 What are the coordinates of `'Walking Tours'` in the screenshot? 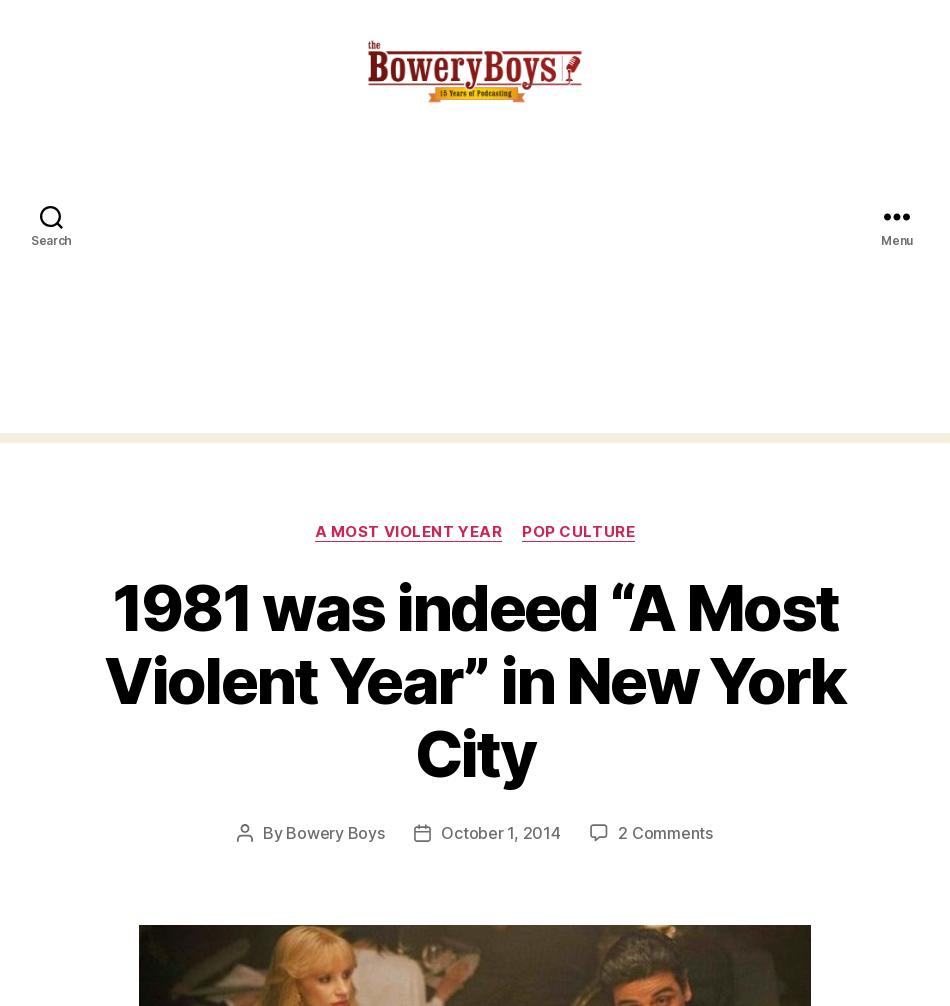 It's located at (118, 887).